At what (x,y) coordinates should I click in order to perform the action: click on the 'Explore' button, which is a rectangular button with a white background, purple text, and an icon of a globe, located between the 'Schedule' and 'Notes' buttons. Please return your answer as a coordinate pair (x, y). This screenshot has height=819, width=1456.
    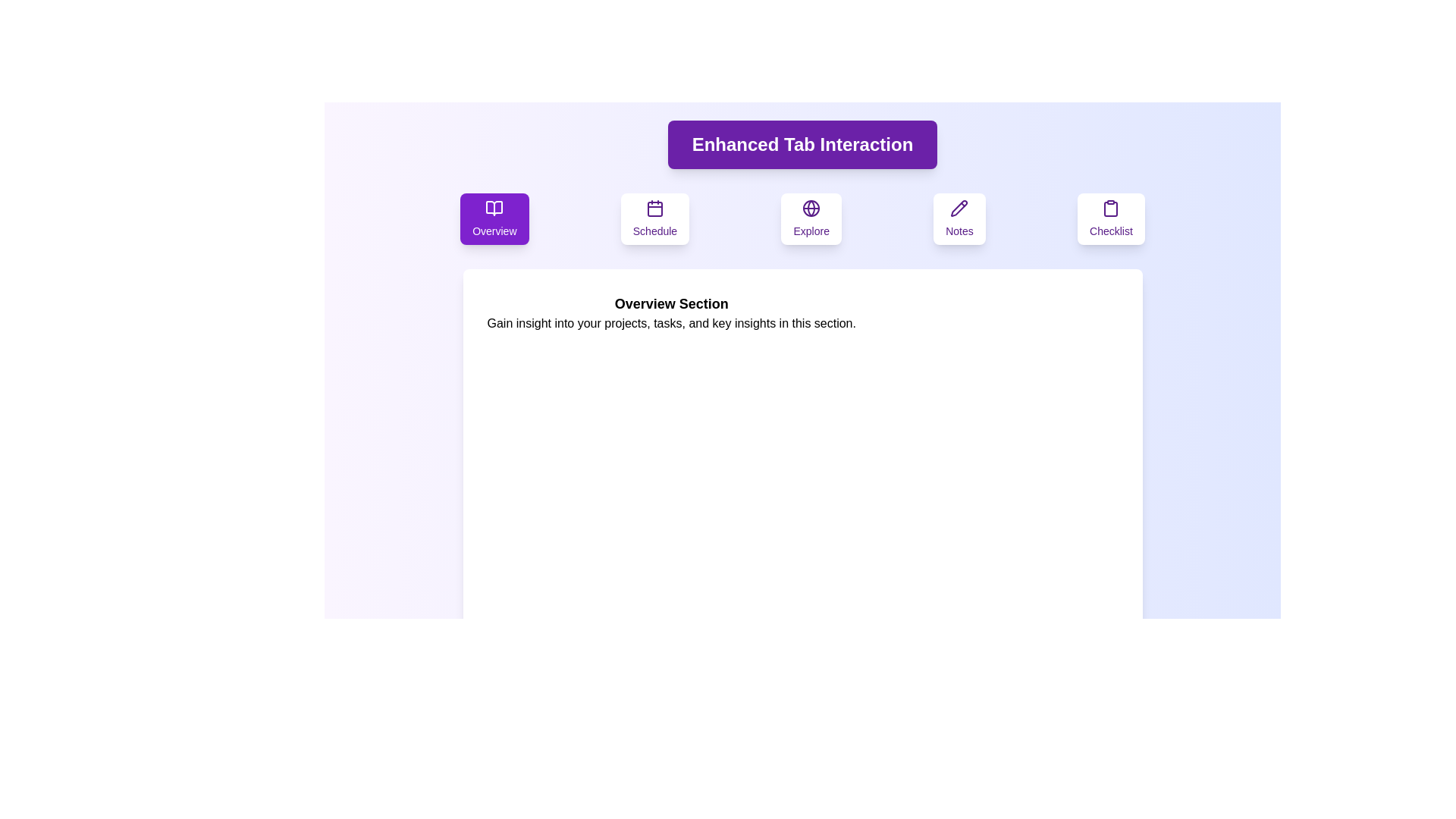
    Looking at the image, I should click on (811, 219).